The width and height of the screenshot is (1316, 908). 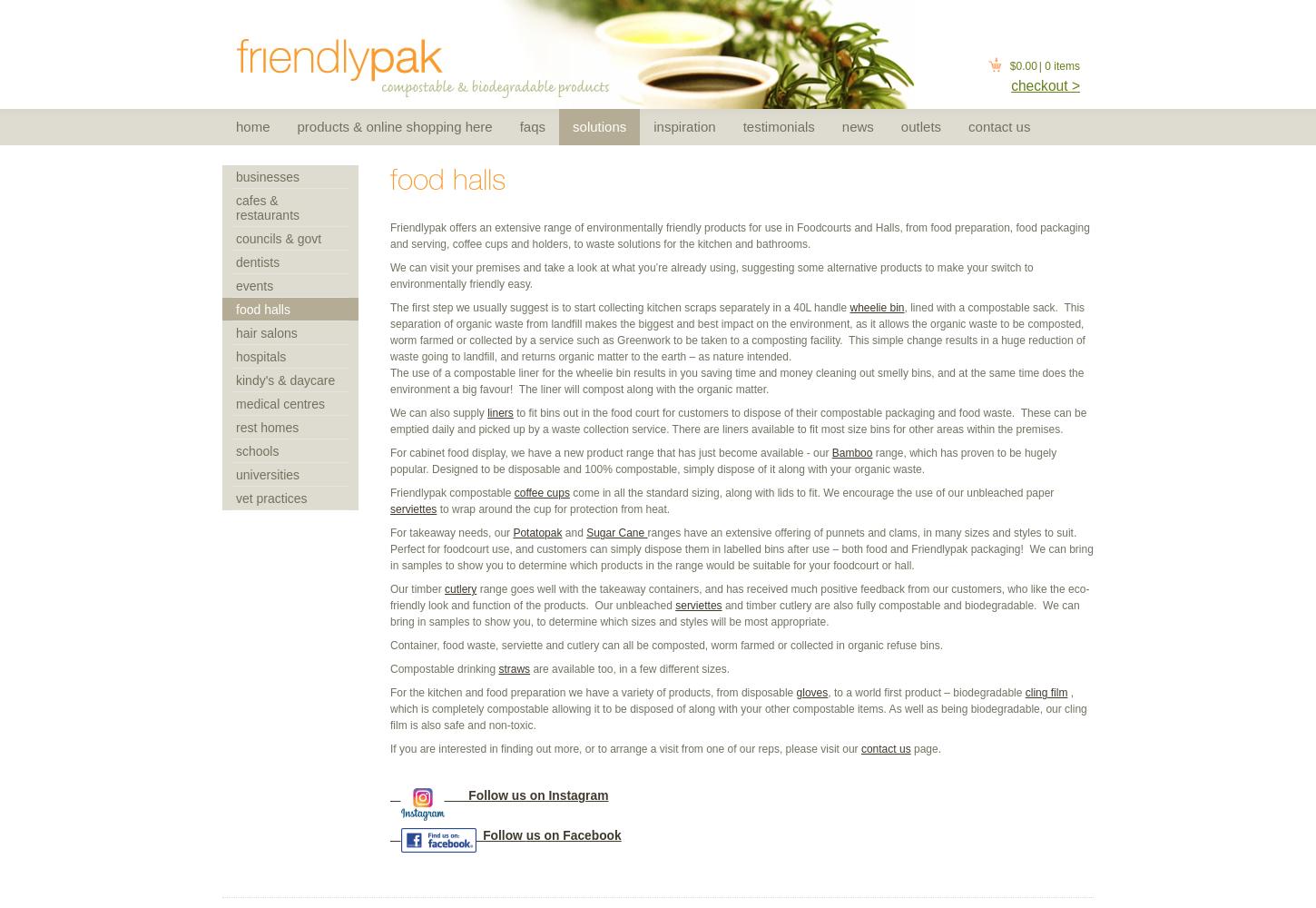 I want to click on 'contact us', so click(x=885, y=748).